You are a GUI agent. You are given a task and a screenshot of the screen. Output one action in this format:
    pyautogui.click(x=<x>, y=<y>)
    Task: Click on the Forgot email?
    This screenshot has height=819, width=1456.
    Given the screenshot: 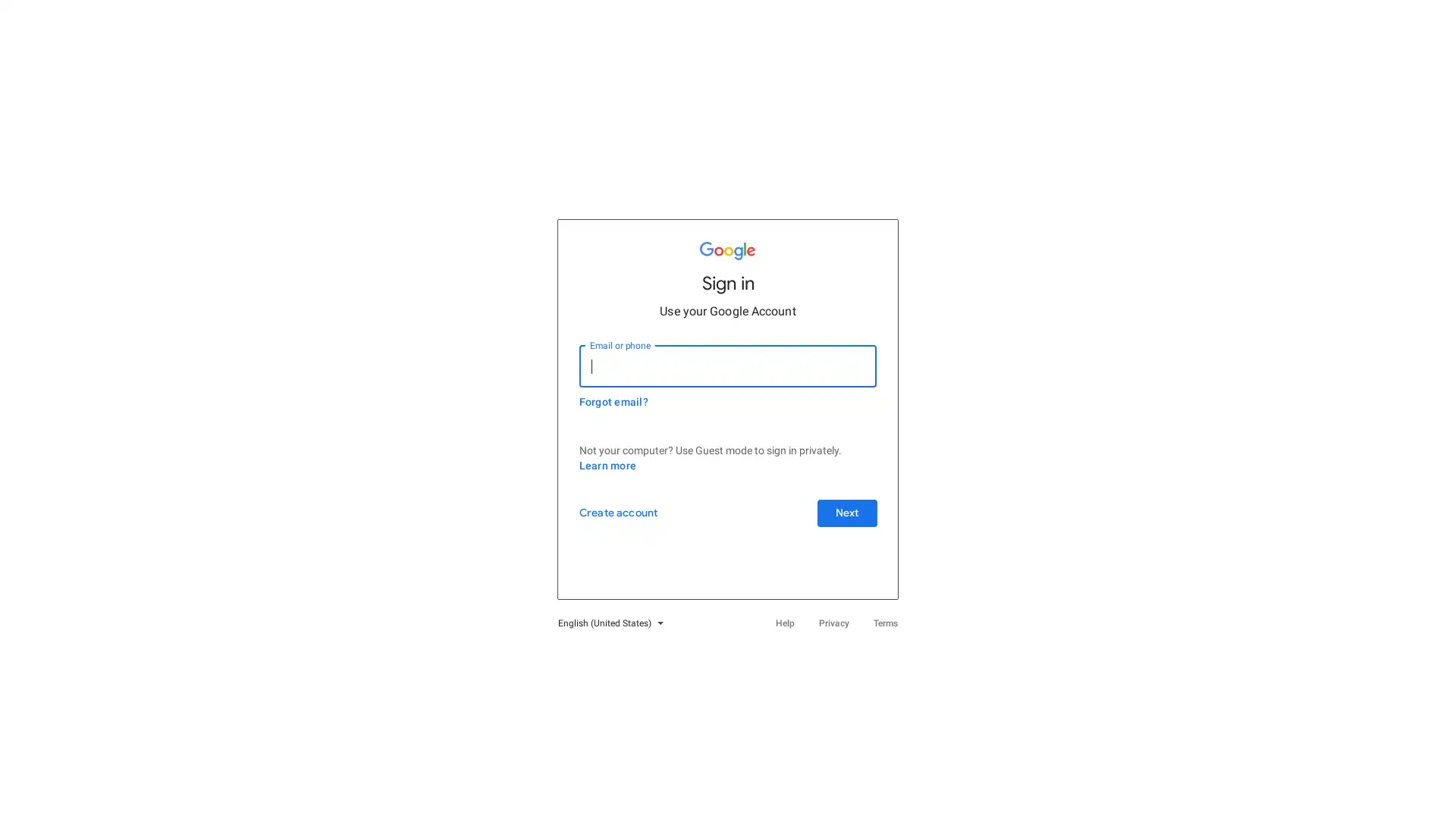 What is the action you would take?
    pyautogui.click(x=623, y=415)
    